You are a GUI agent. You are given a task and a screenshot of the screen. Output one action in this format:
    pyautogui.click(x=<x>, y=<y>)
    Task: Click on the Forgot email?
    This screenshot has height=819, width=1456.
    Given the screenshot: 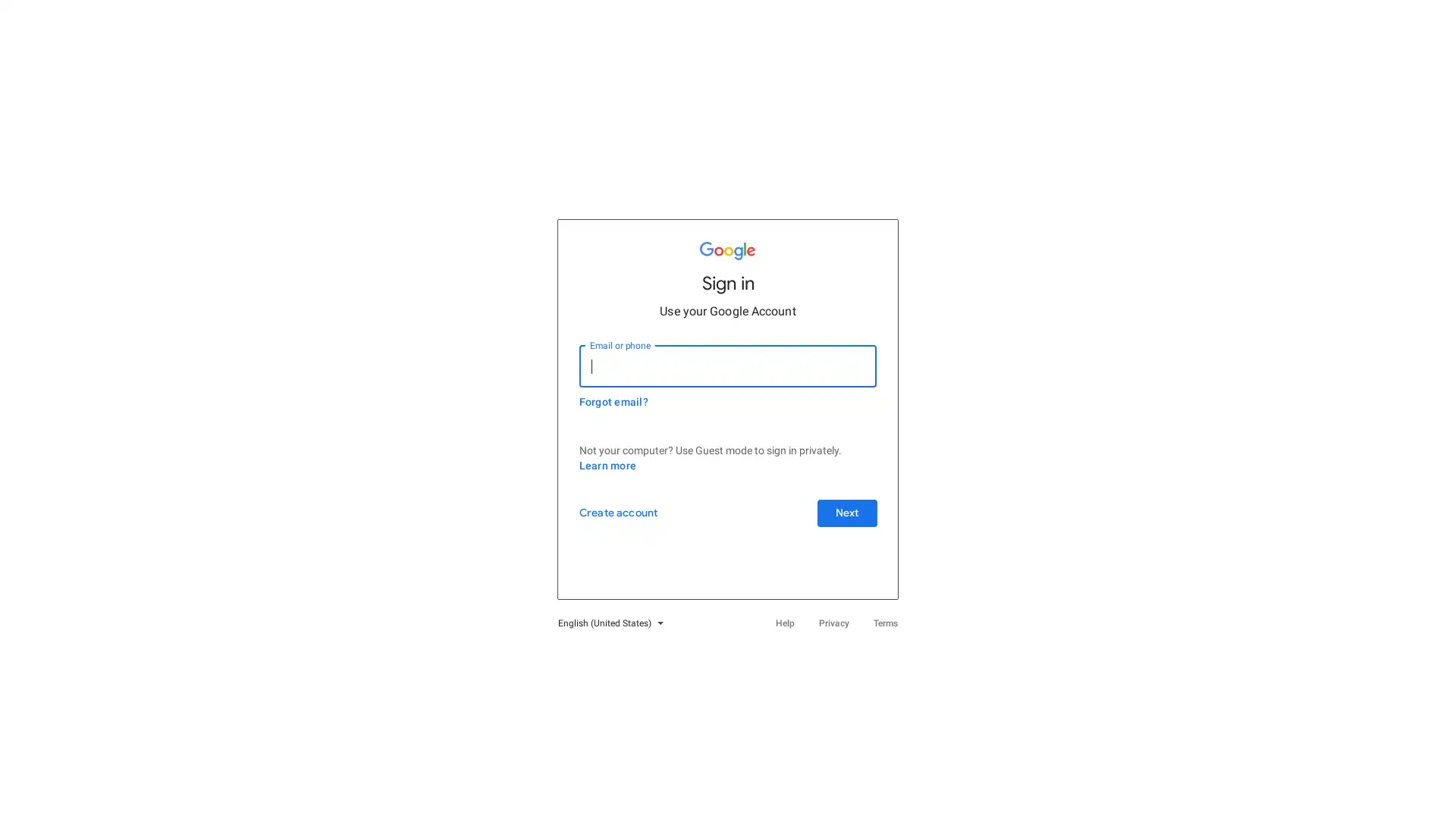 What is the action you would take?
    pyautogui.click(x=623, y=415)
    